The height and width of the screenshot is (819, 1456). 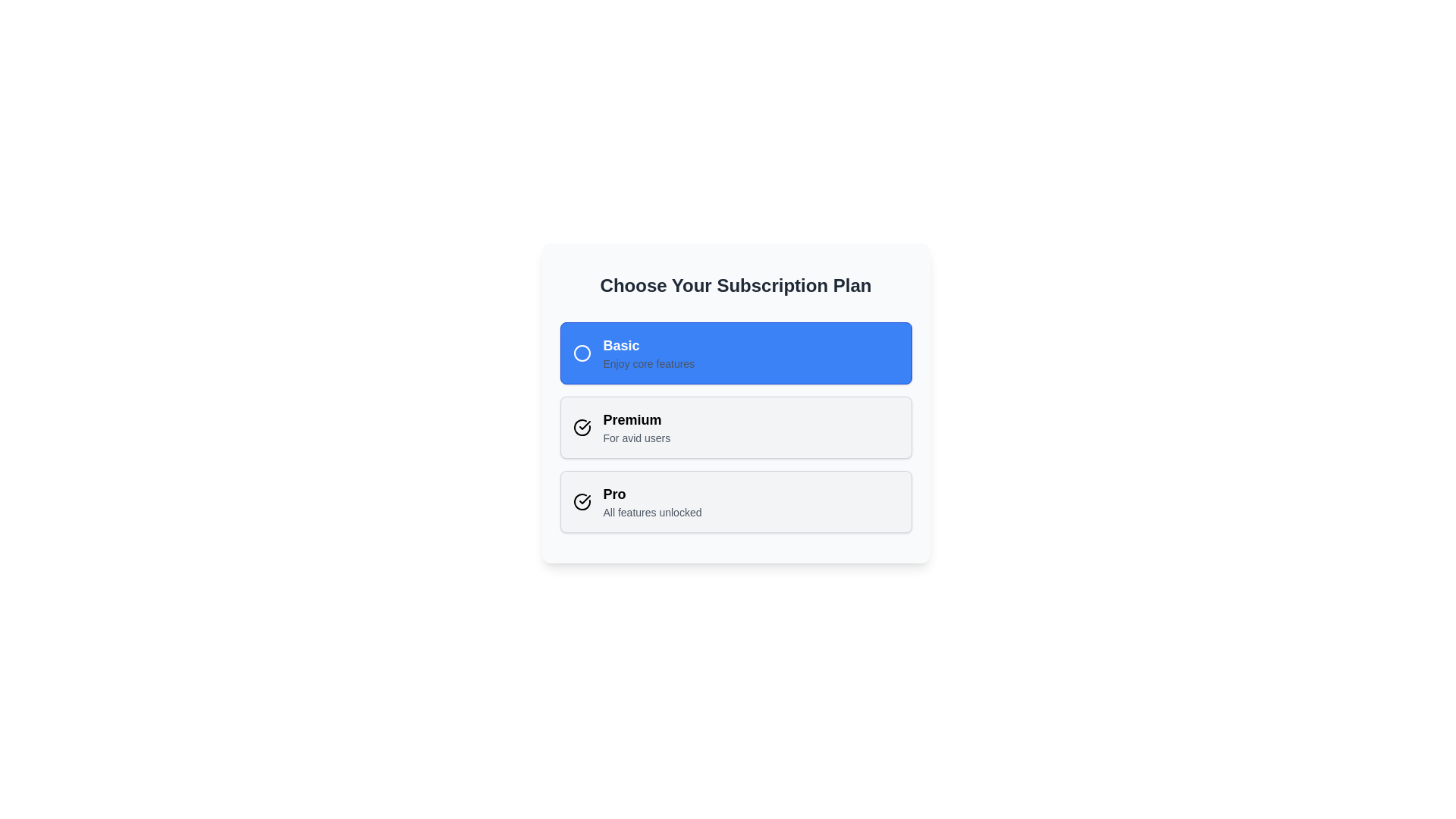 What do you see at coordinates (584, 425) in the screenshot?
I see `the checkmark icon in the 'Pro' subscription option row, which is part of the status indicator section` at bounding box center [584, 425].